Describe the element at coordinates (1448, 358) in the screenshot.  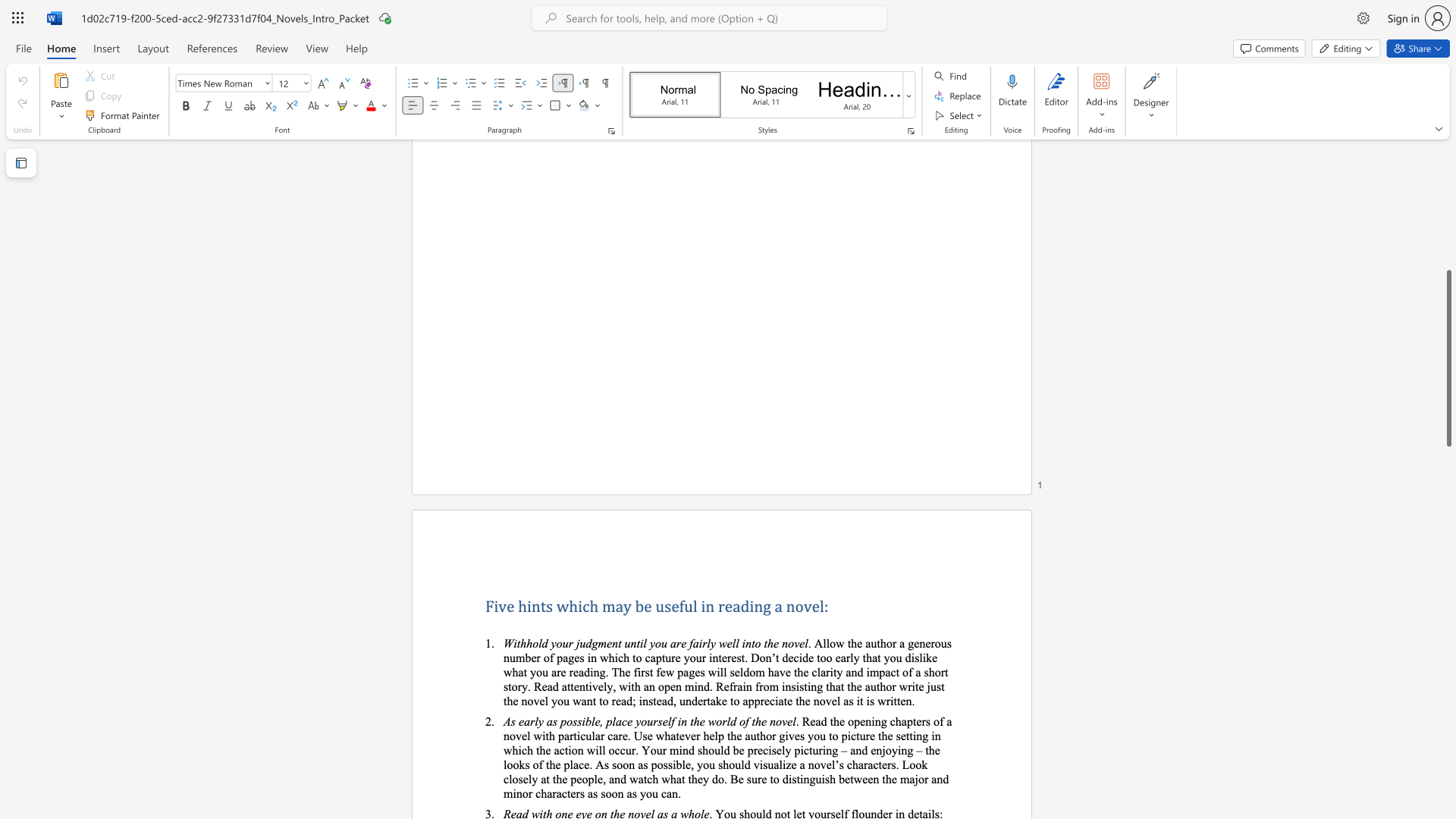
I see `the scrollbar and move down 1480 pixels` at that location.